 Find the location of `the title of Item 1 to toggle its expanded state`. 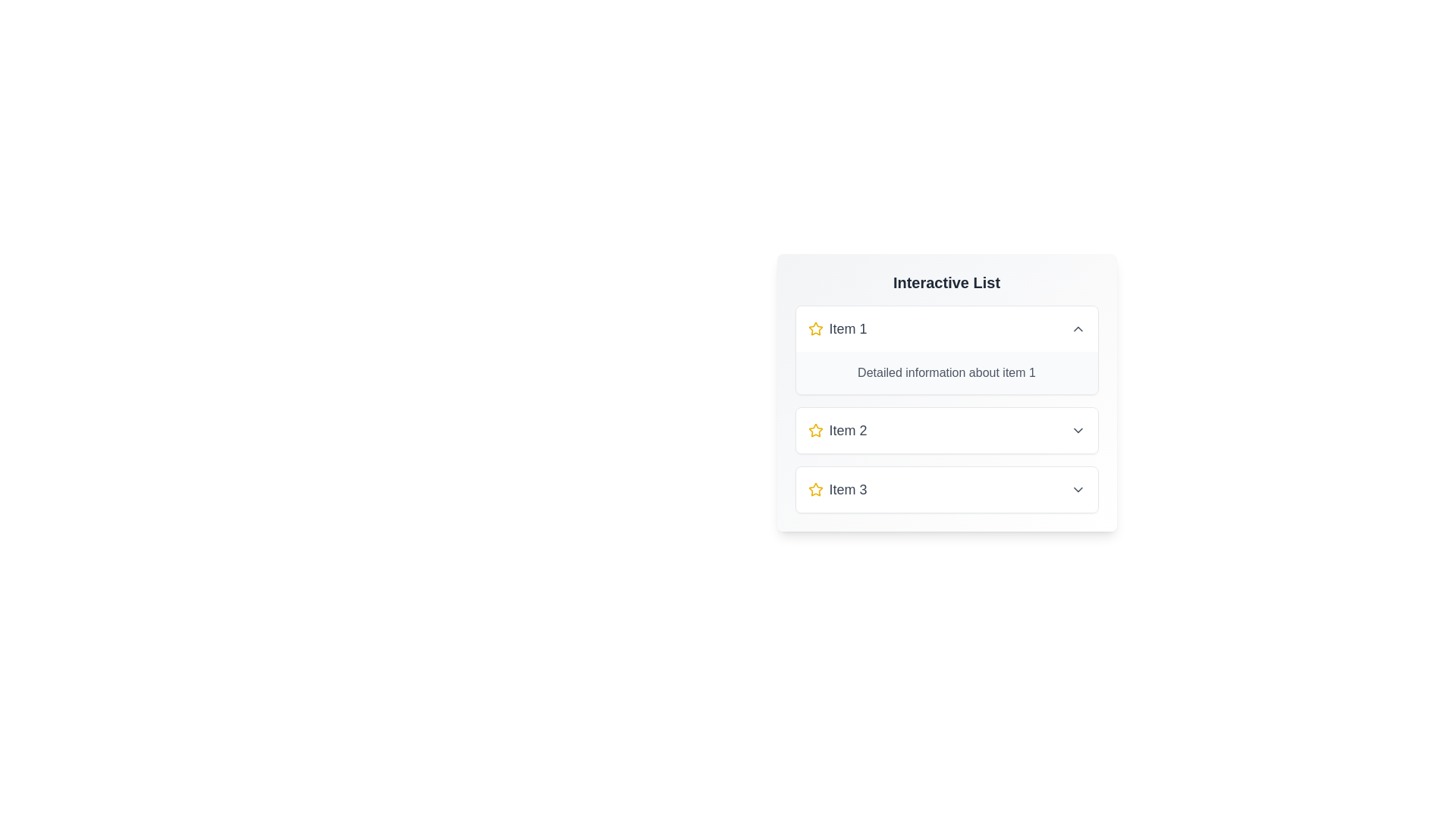

the title of Item 1 to toggle its expanded state is located at coordinates (946, 328).